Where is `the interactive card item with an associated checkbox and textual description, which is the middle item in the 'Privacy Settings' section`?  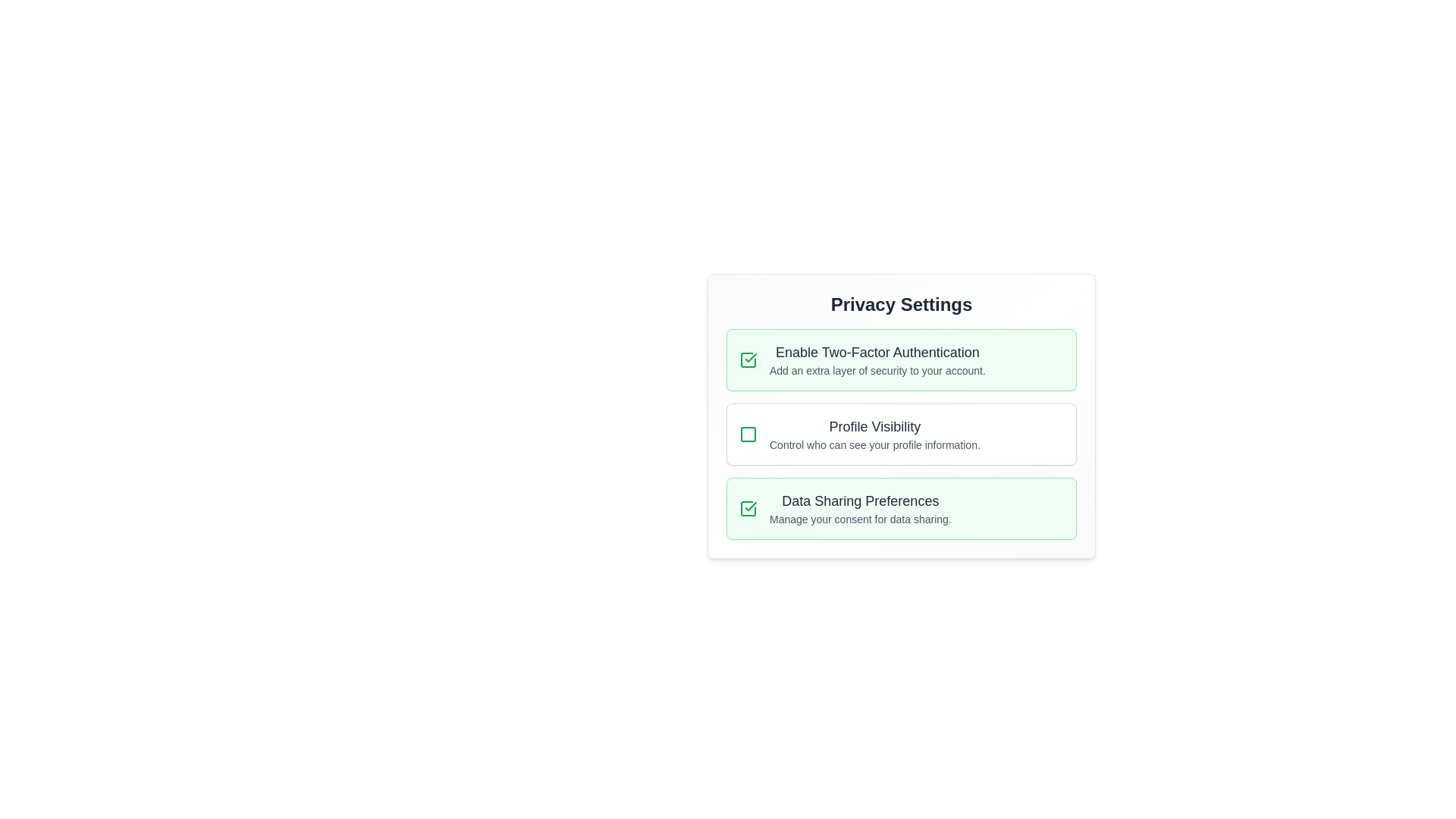
the interactive card item with an associated checkbox and textual description, which is the middle item in the 'Privacy Settings' section is located at coordinates (902, 435).